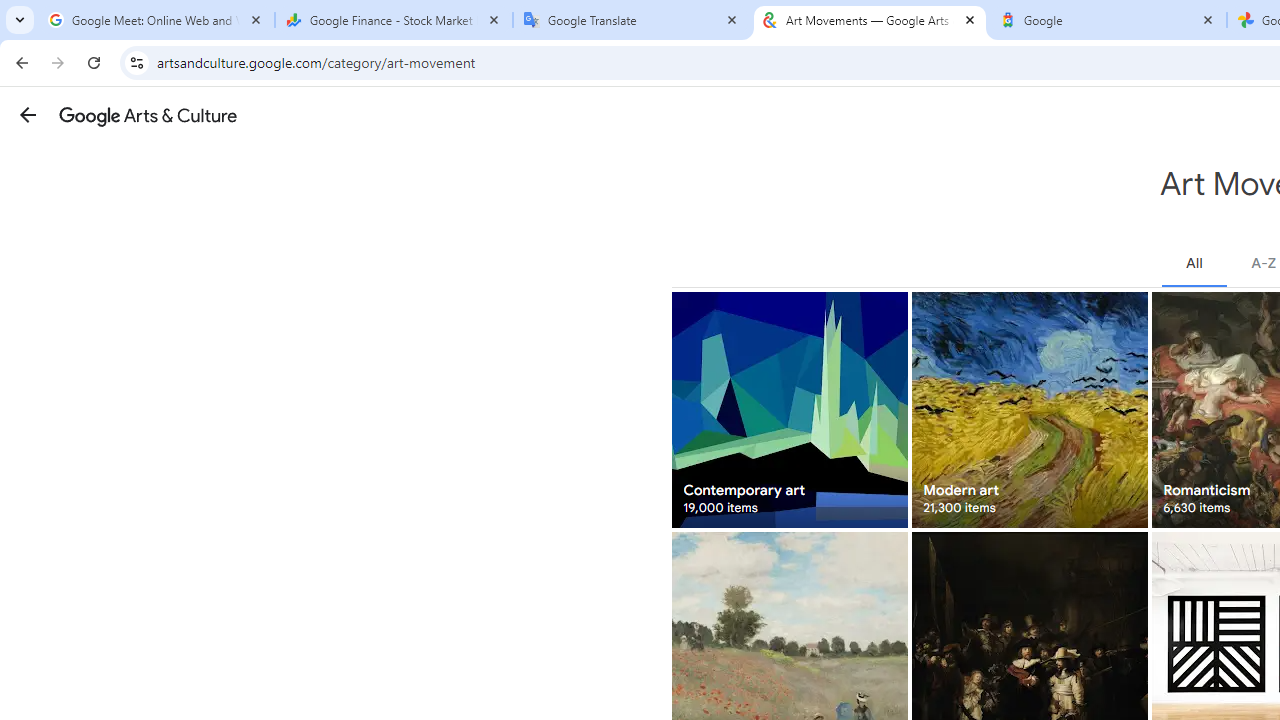  What do you see at coordinates (147, 115) in the screenshot?
I see `'Google Arts & Culture'` at bounding box center [147, 115].